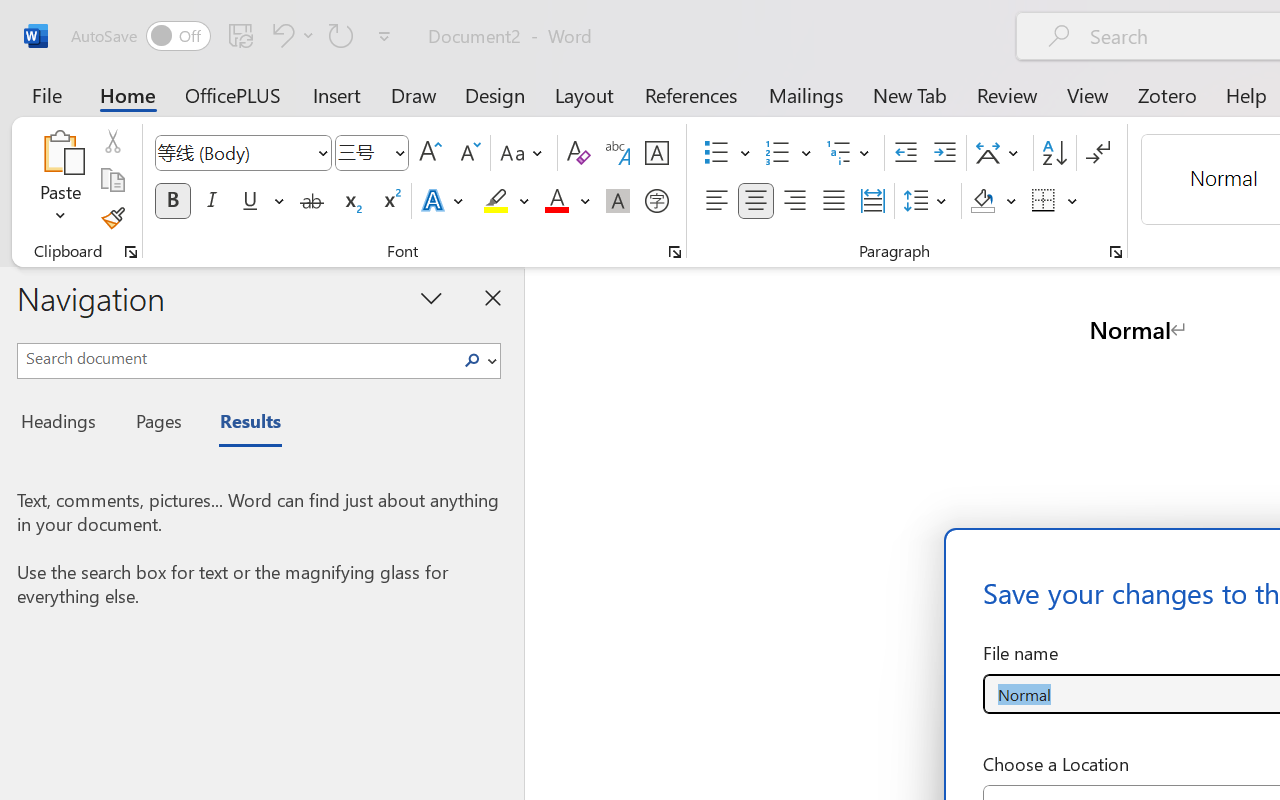 This screenshot has width=1280, height=800. Describe the element at coordinates (372, 153) in the screenshot. I see `'Font Size'` at that location.